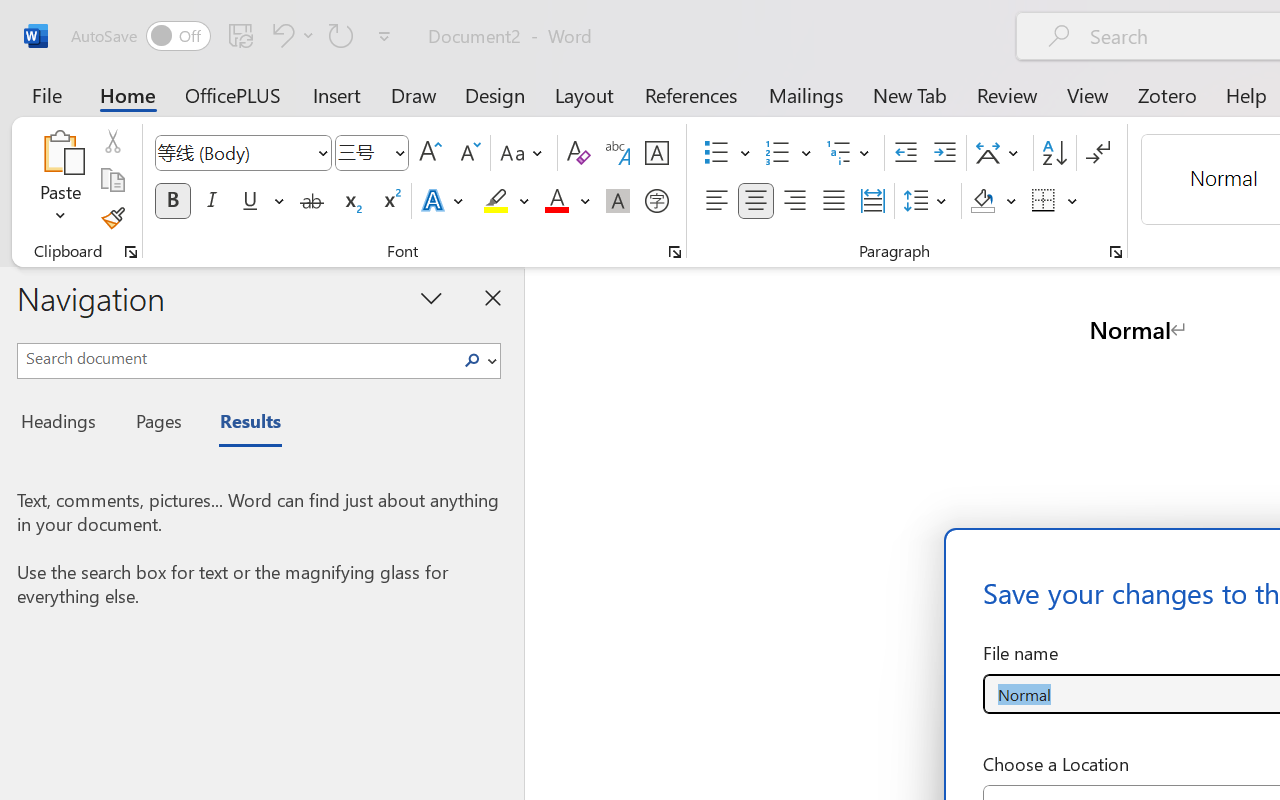 This screenshot has width=1280, height=800. Describe the element at coordinates (372, 153) in the screenshot. I see `'Font Size'` at that location.